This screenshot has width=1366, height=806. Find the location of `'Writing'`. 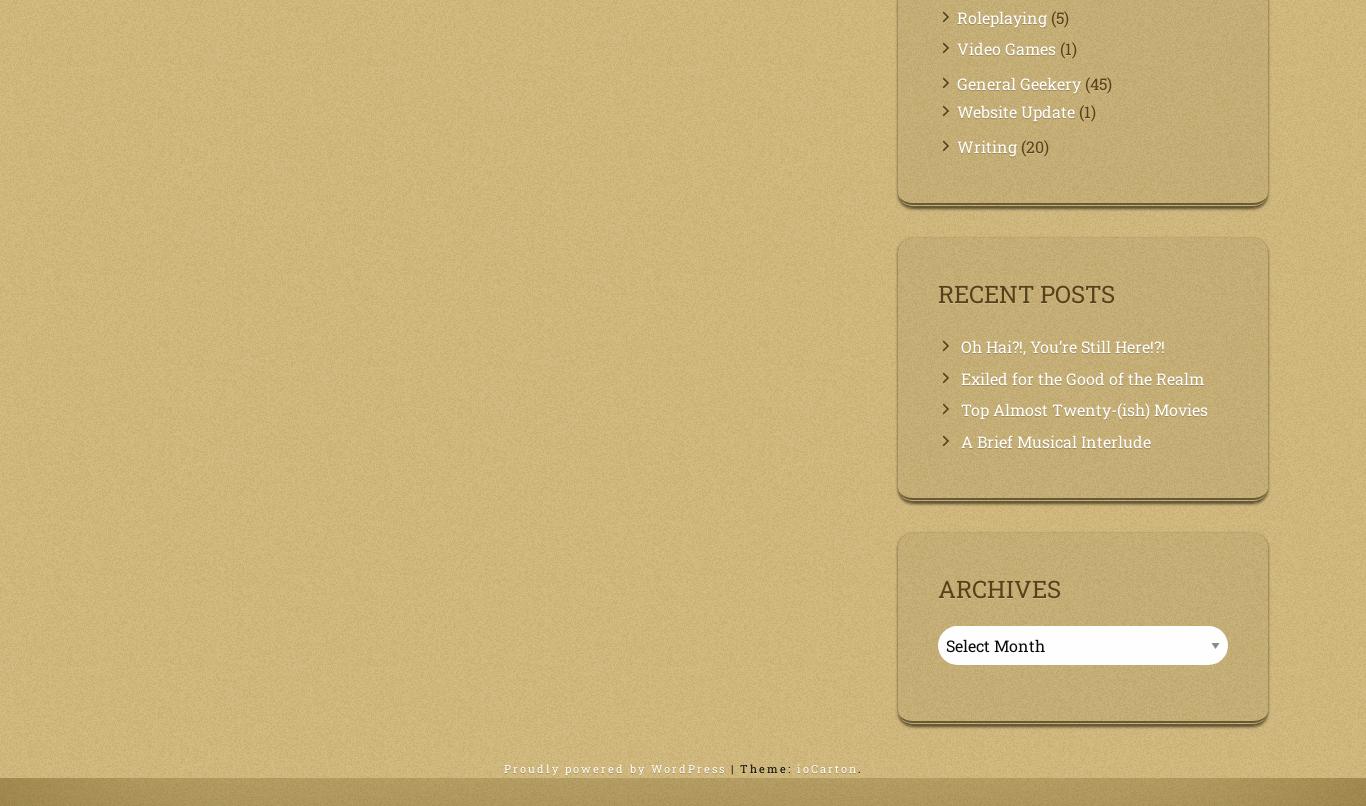

'Writing' is located at coordinates (957, 146).